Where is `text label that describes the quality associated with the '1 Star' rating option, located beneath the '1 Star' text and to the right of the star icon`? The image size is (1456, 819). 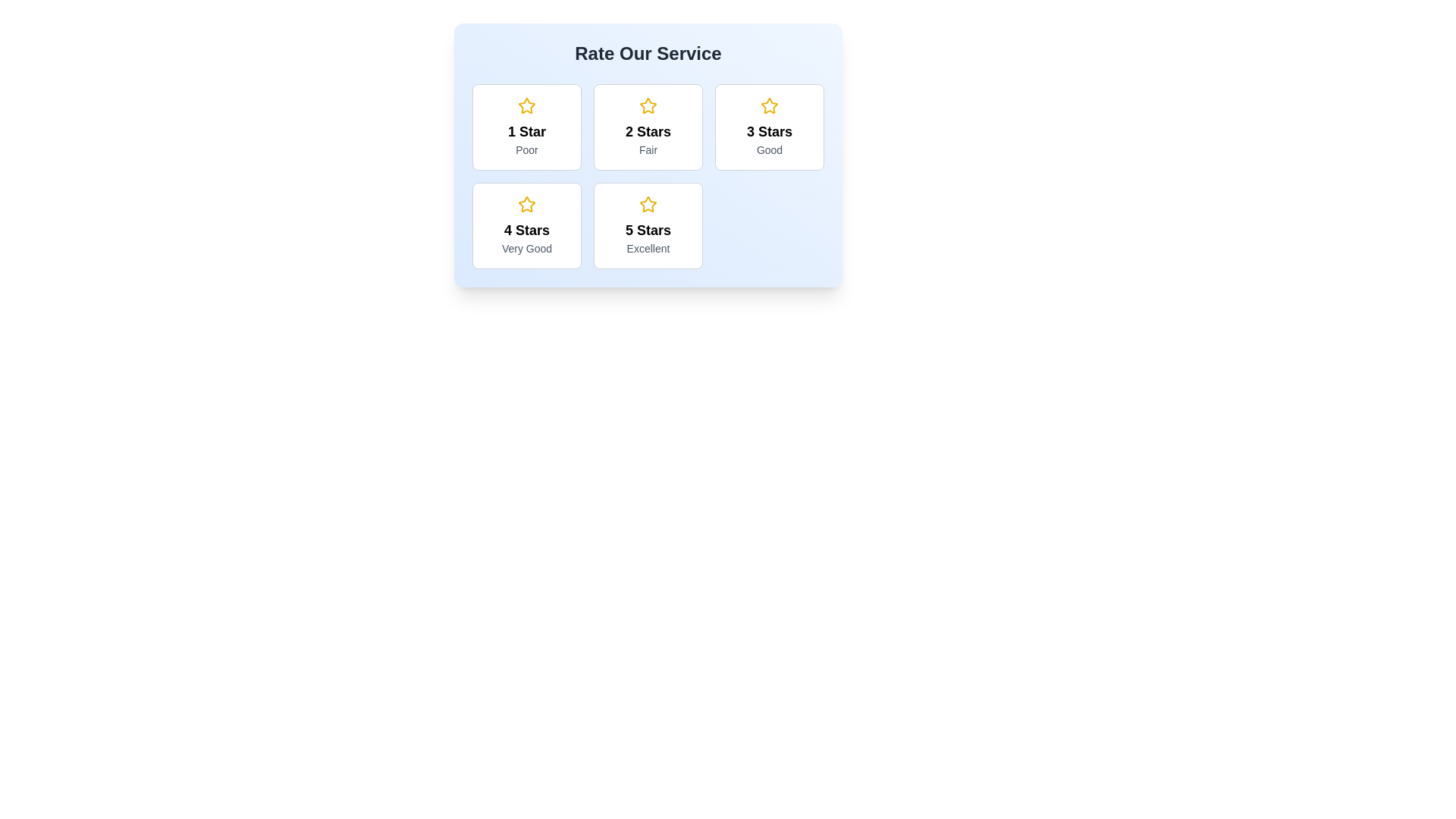
text label that describes the quality associated with the '1 Star' rating option, located beneath the '1 Star' text and to the right of the star icon is located at coordinates (527, 149).